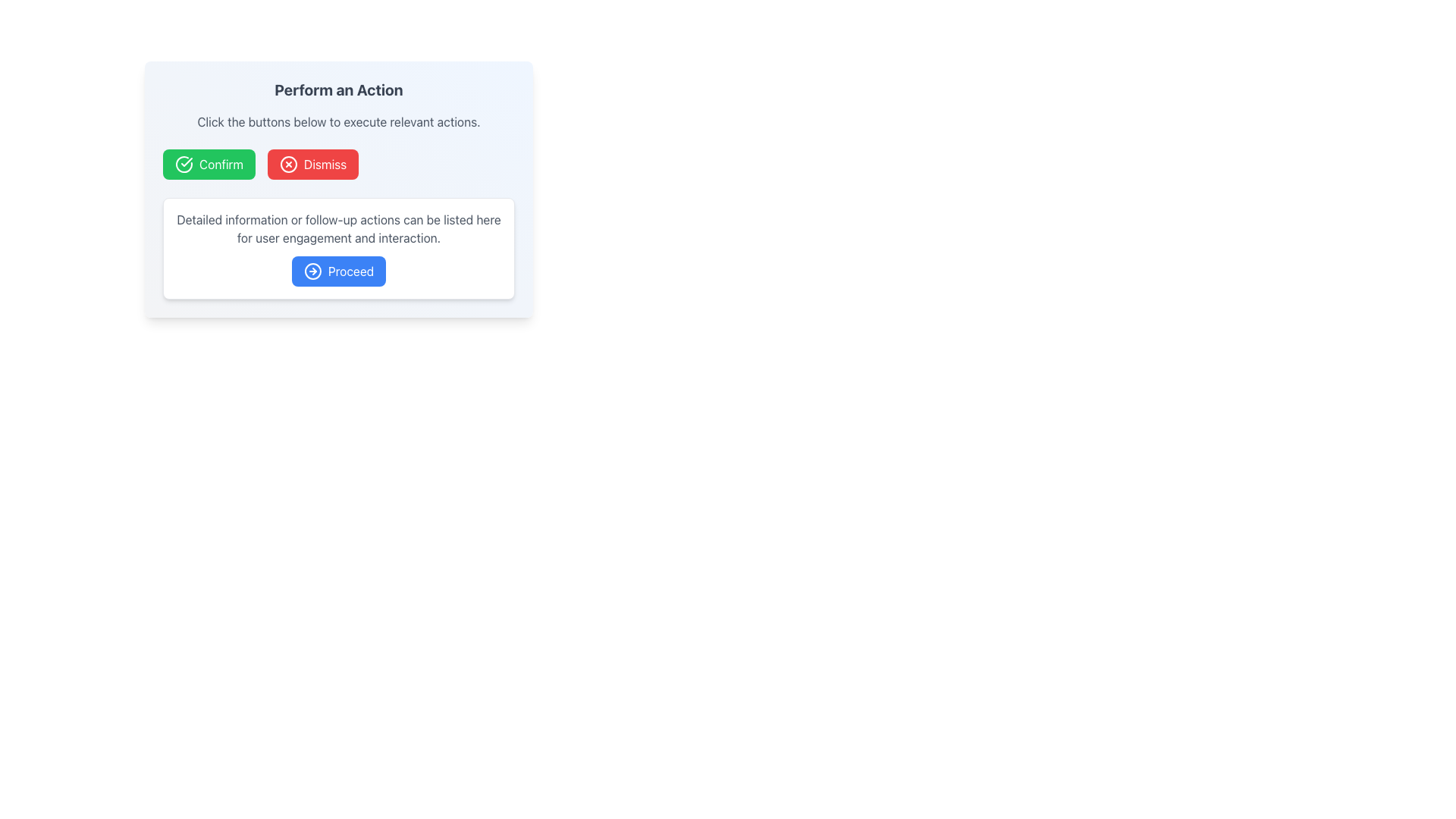  I want to click on the 'Proceed' button, which has a blue background and white text with an arrow icon, so click(337, 271).